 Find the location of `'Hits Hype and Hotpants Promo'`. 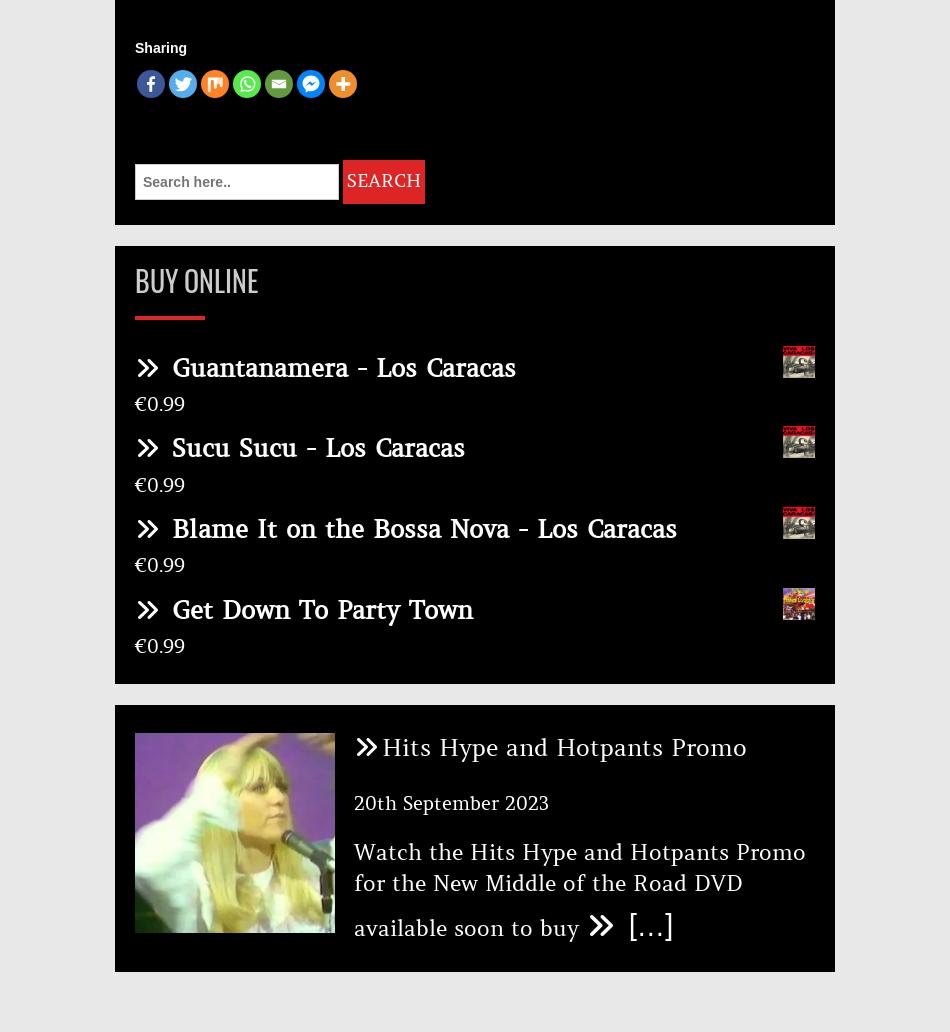

'Hits Hype and Hotpants Promo' is located at coordinates (380, 747).